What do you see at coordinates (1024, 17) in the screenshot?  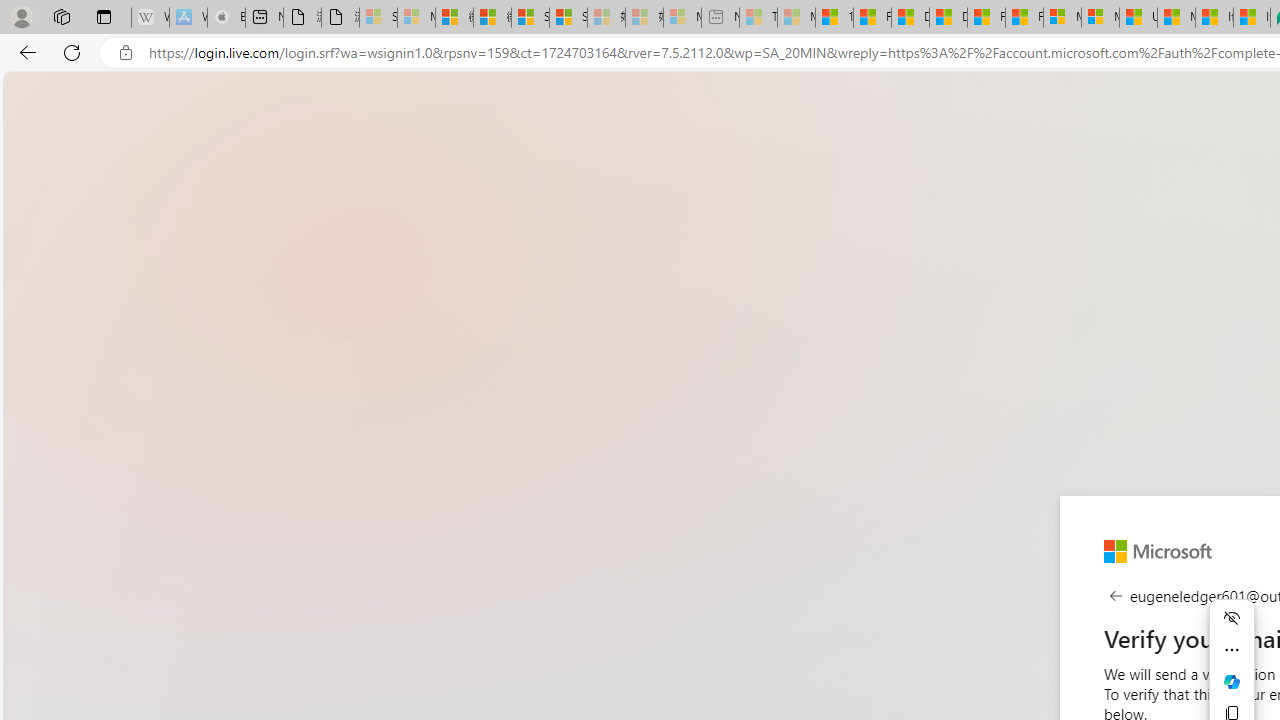 I see `'Foo BAR | Trusted Community Engagement and Contributions'` at bounding box center [1024, 17].